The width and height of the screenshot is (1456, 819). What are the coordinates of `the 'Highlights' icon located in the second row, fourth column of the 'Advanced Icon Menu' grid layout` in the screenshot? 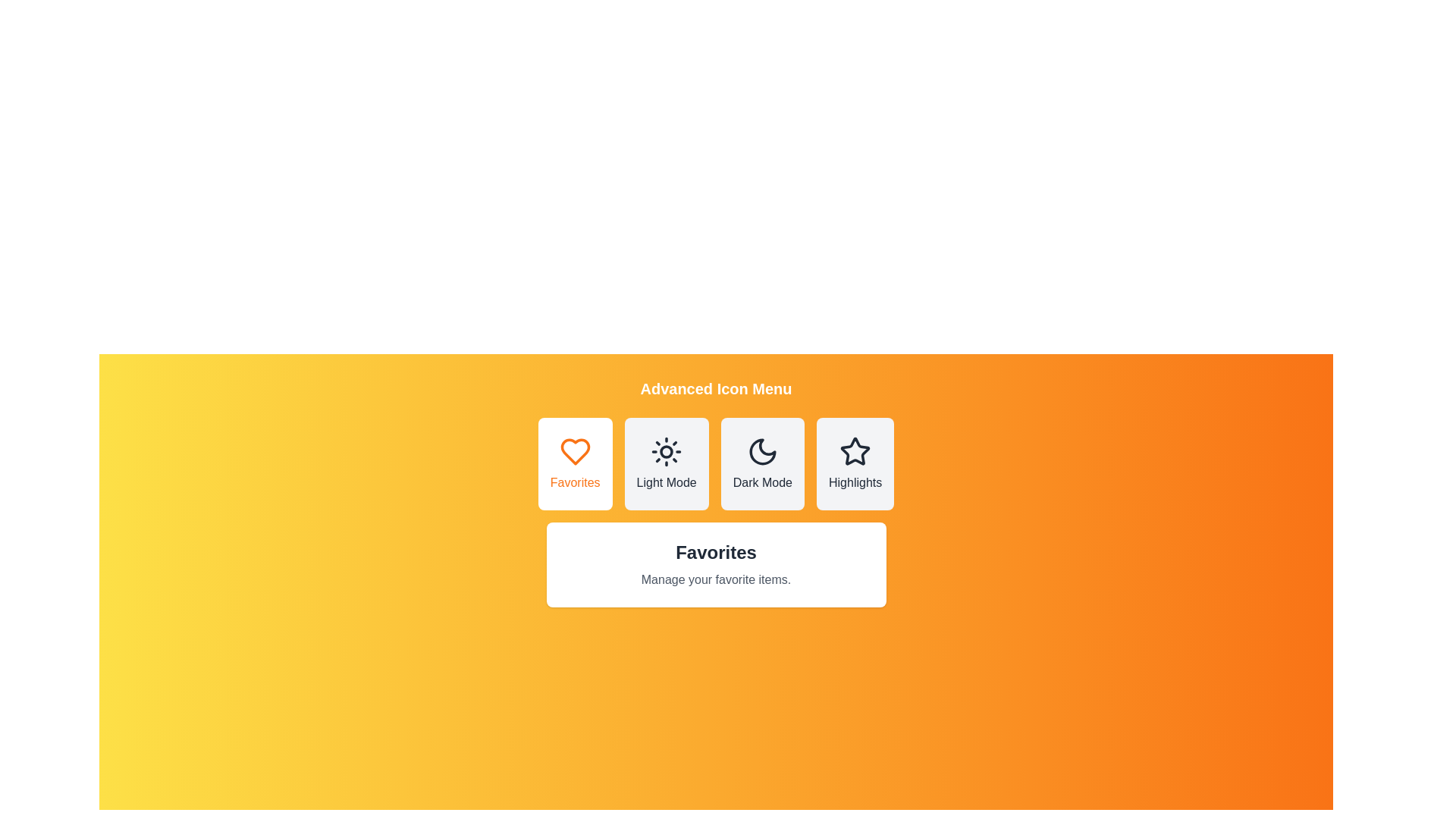 It's located at (855, 450).